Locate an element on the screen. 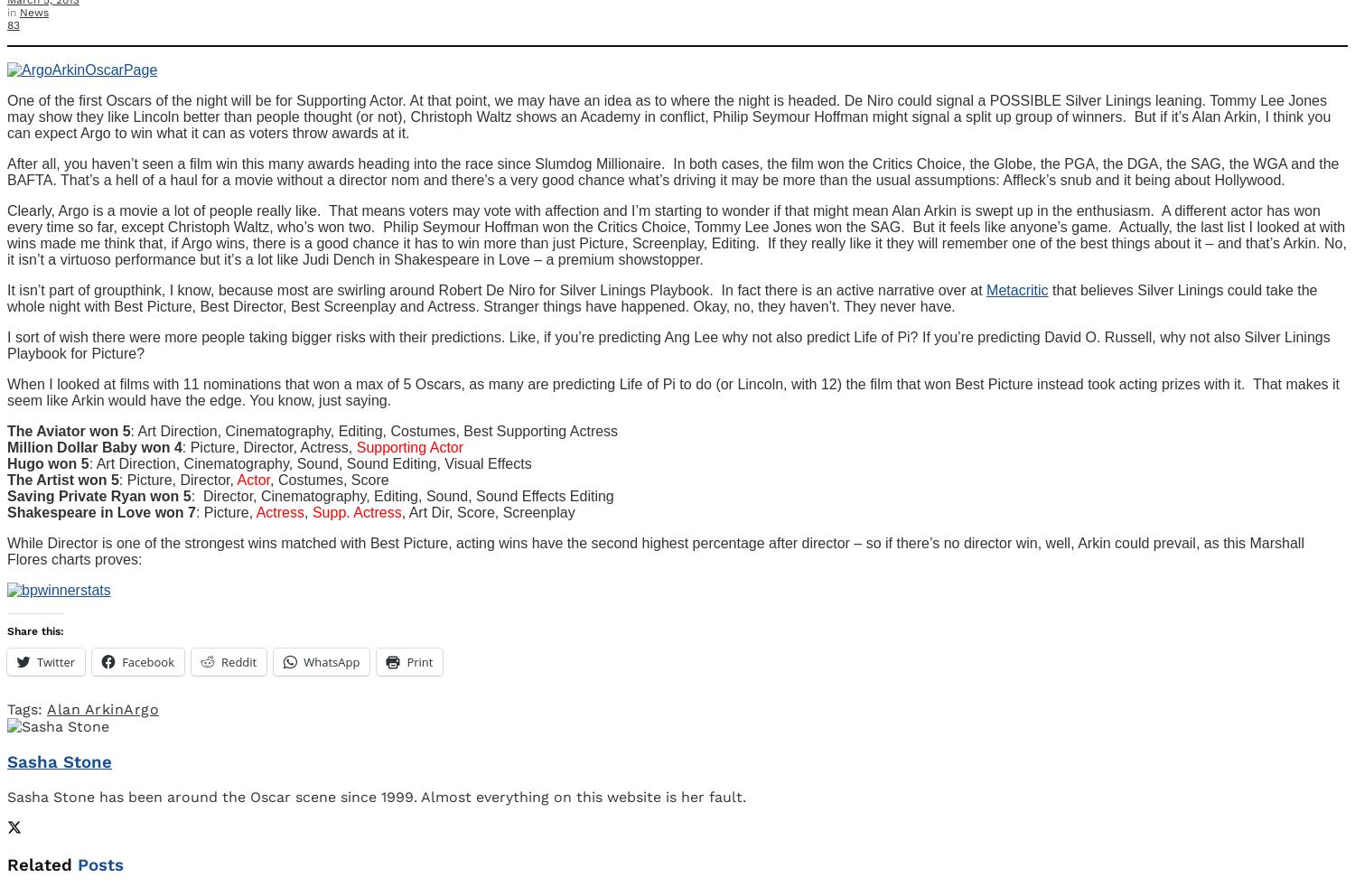 Image resolution: width=1355 pixels, height=896 pixels. 'I sort of wish there were more people taking bigger risks with their predictions. Like, if you’re predicting Ang Lee why not also predict Life of Pi? If you’re predicting David O. Russell, why not also Silver Linings Playbook for Picture?' is located at coordinates (667, 344).